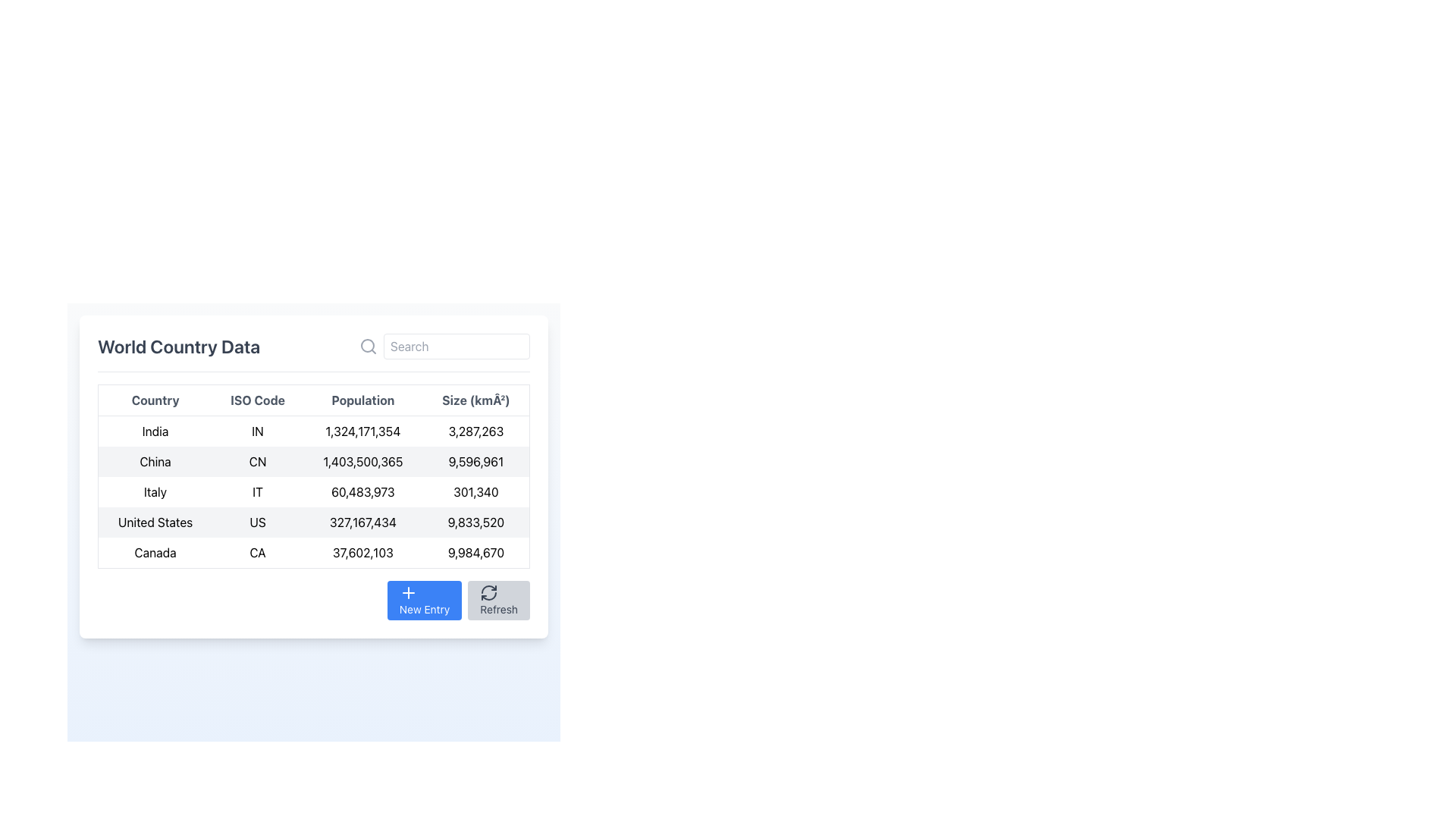 The height and width of the screenshot is (819, 1456). Describe the element at coordinates (362, 461) in the screenshot. I see `the text label displaying the population value '1,403,500,365' for China, located in the third column of the table row labeled 'China'` at that location.